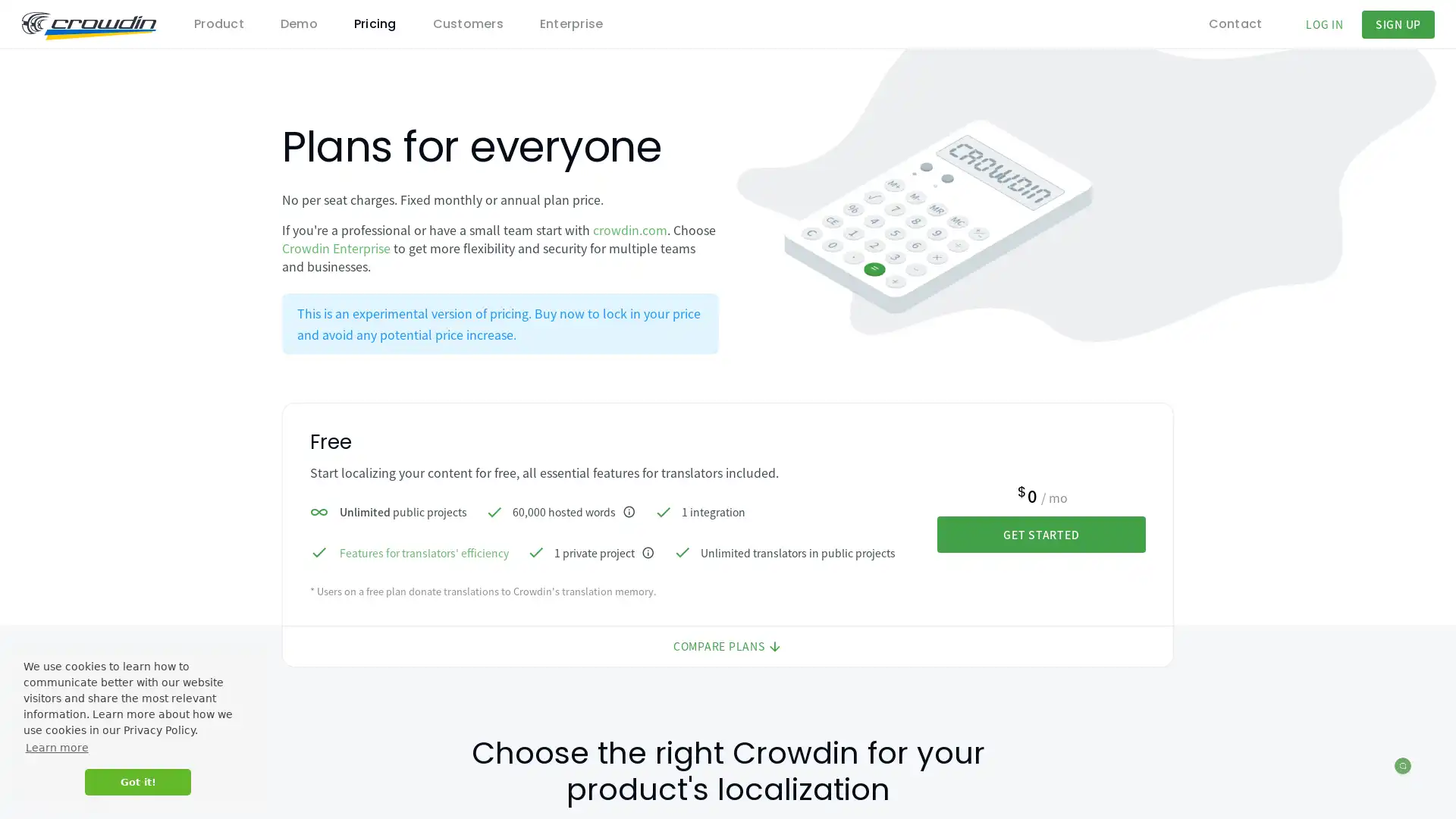 The height and width of the screenshot is (819, 1456). What do you see at coordinates (138, 782) in the screenshot?
I see `dismiss cookie message` at bounding box center [138, 782].